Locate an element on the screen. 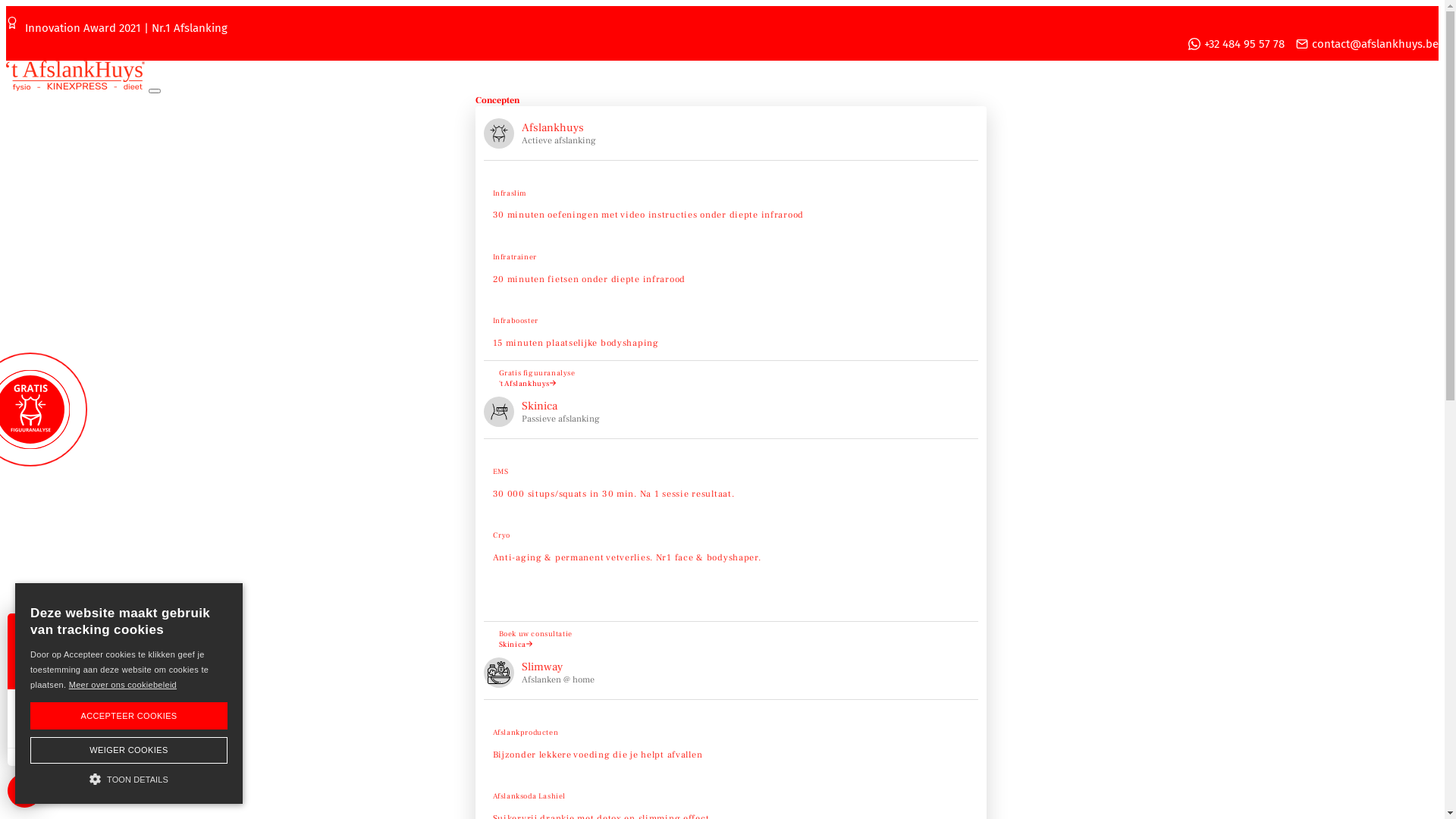  'Concepten' is located at coordinates (496, 100).